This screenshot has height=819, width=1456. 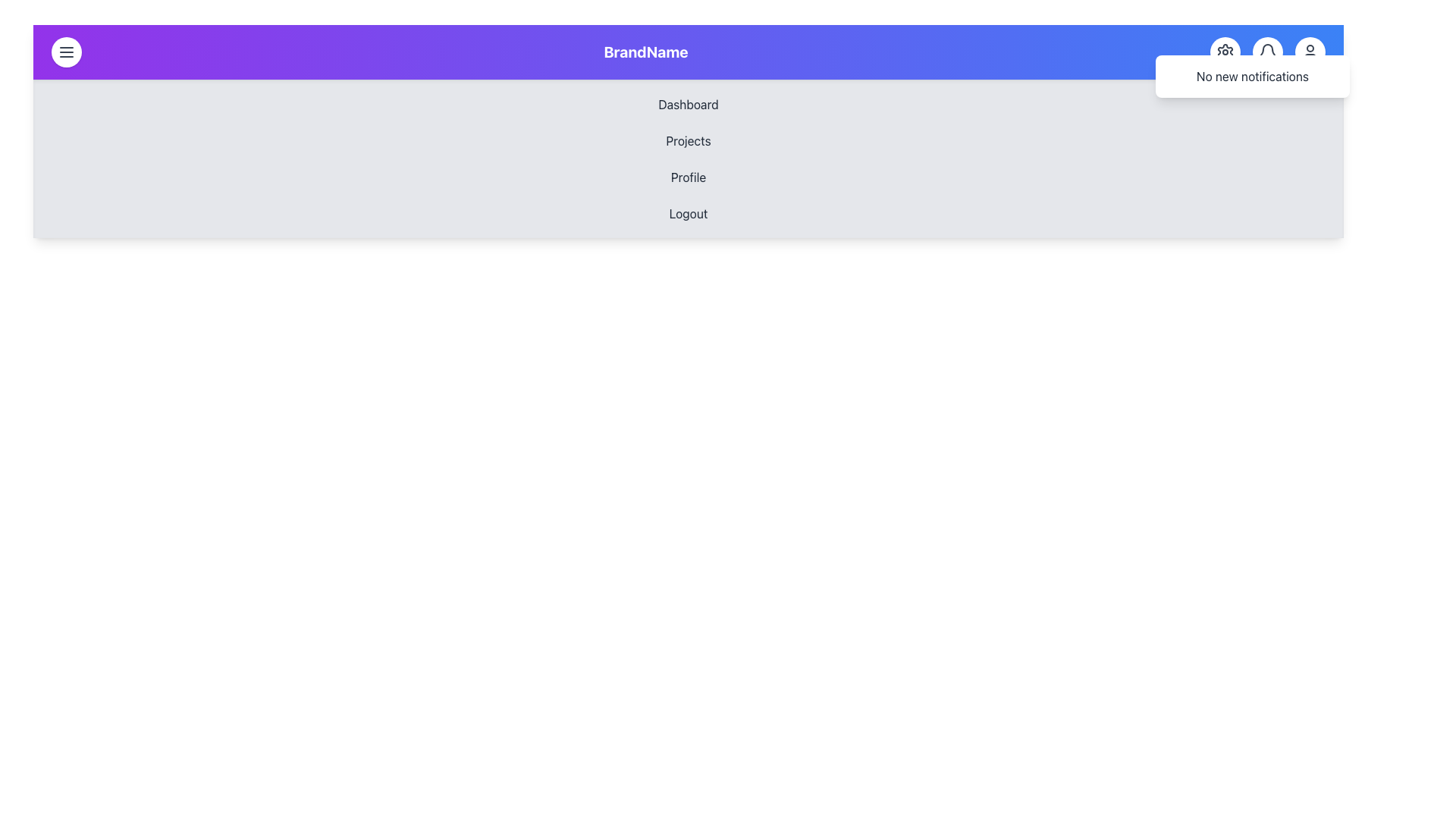 I want to click on the settings button located in the top-right corner of the interface, so click(x=1225, y=52).